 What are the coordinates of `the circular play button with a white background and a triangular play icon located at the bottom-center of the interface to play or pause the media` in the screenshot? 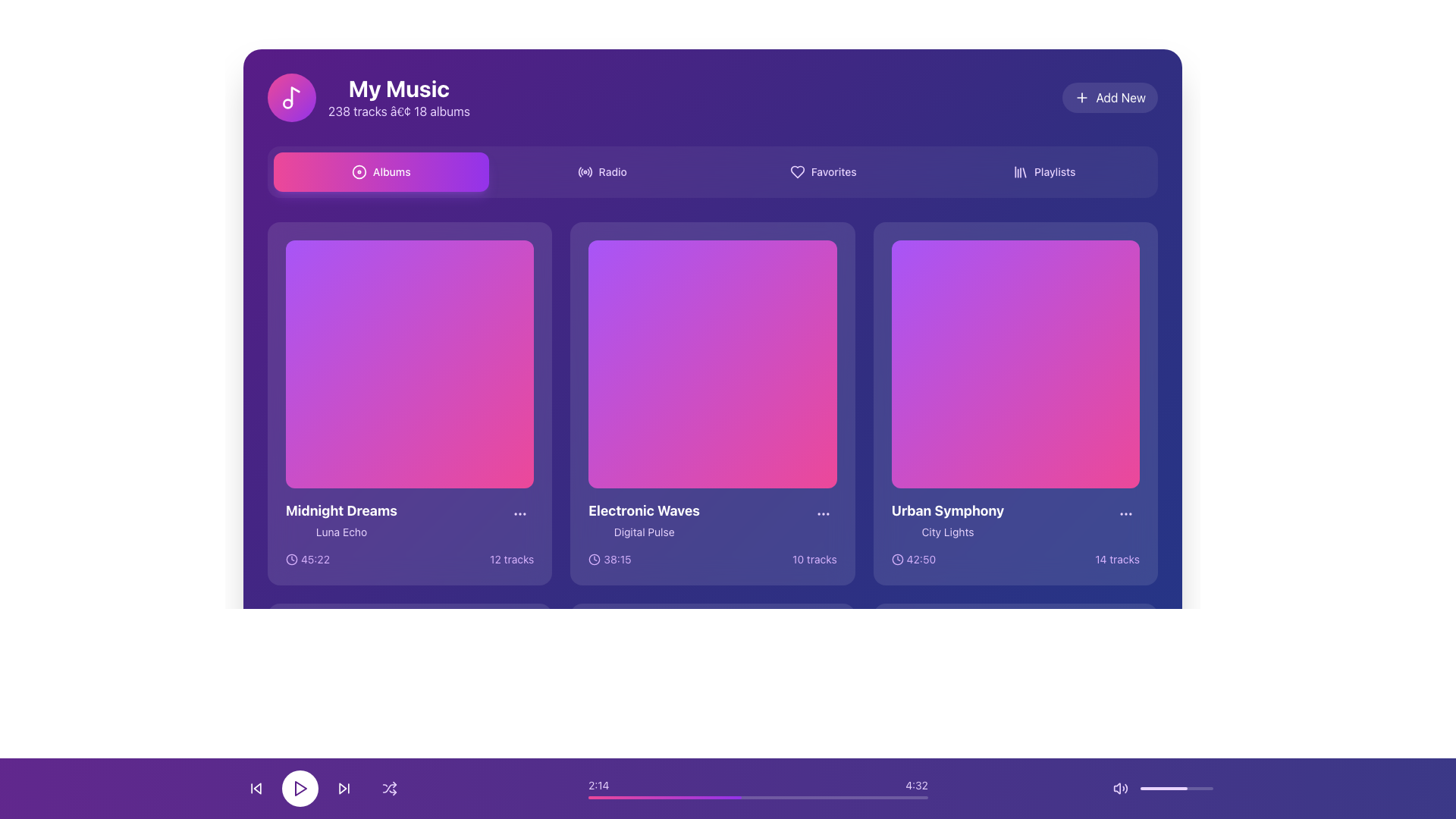 It's located at (322, 788).